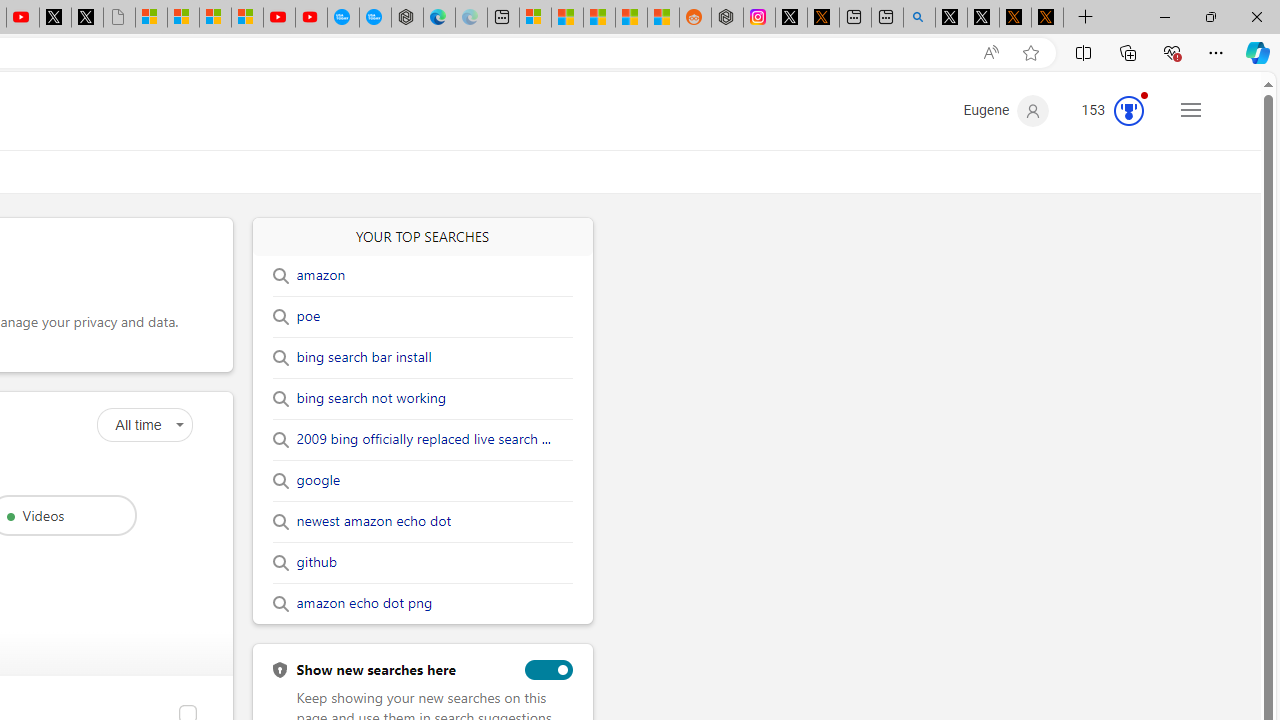  What do you see at coordinates (1128, 51) in the screenshot?
I see `'Collections'` at bounding box center [1128, 51].